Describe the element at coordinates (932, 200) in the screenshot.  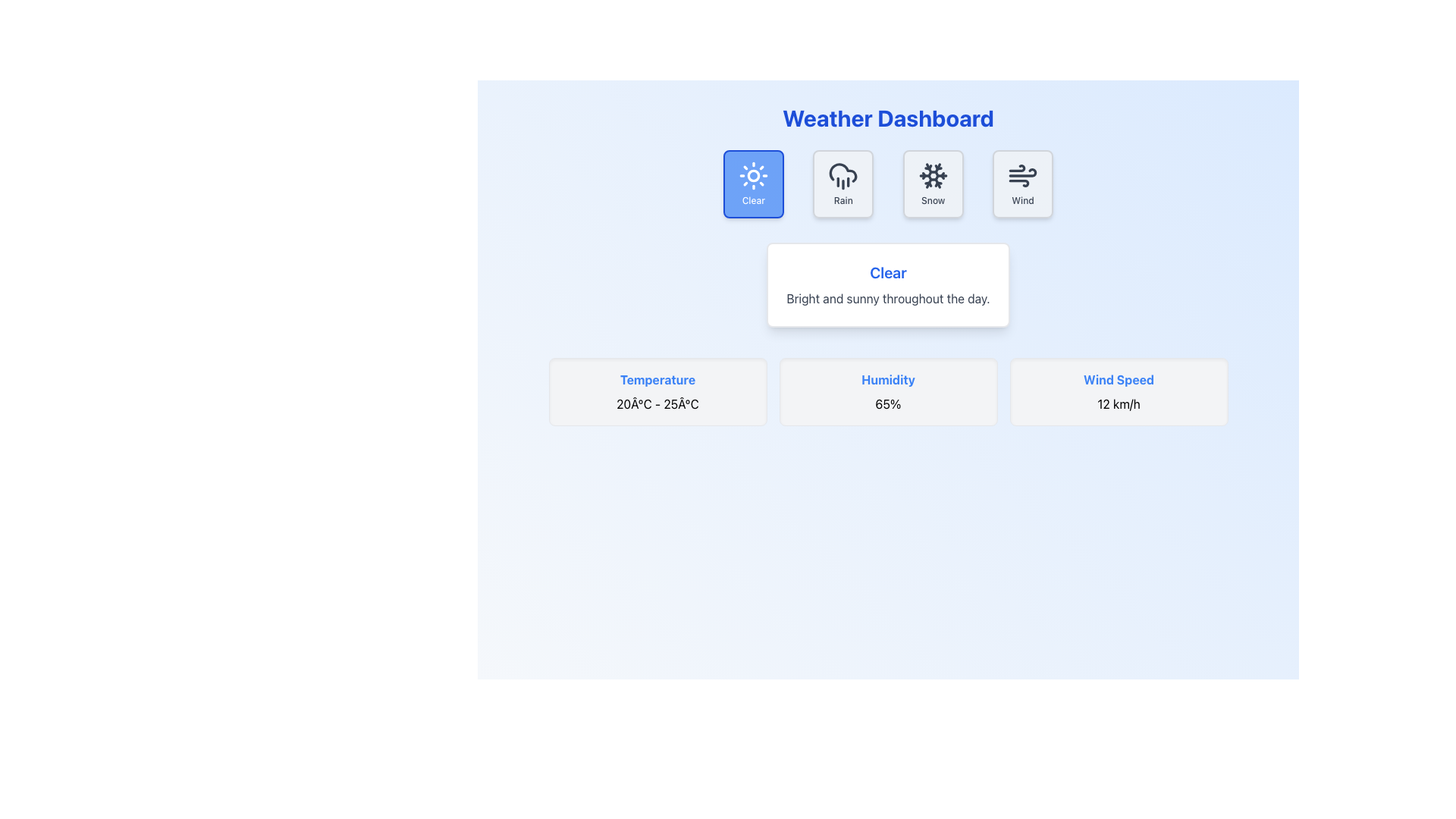
I see `text label that describes the weather condition 'Snow', located in the third column of the weather condition selector, below the snowflake icon` at that location.